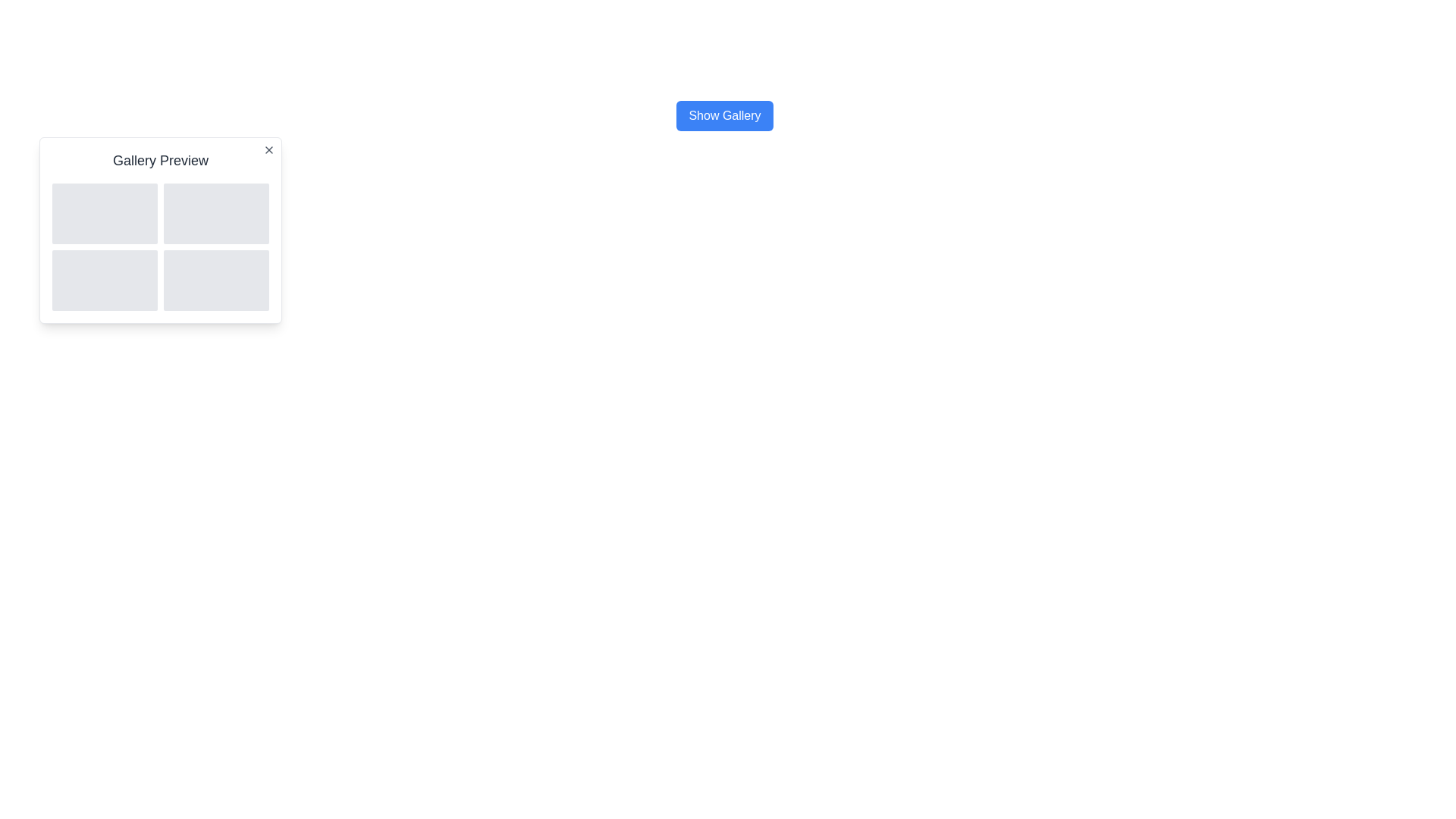 This screenshot has height=819, width=1456. Describe the element at coordinates (723, 115) in the screenshot. I see `the gallery preview button located in the top section of the layout` at that location.